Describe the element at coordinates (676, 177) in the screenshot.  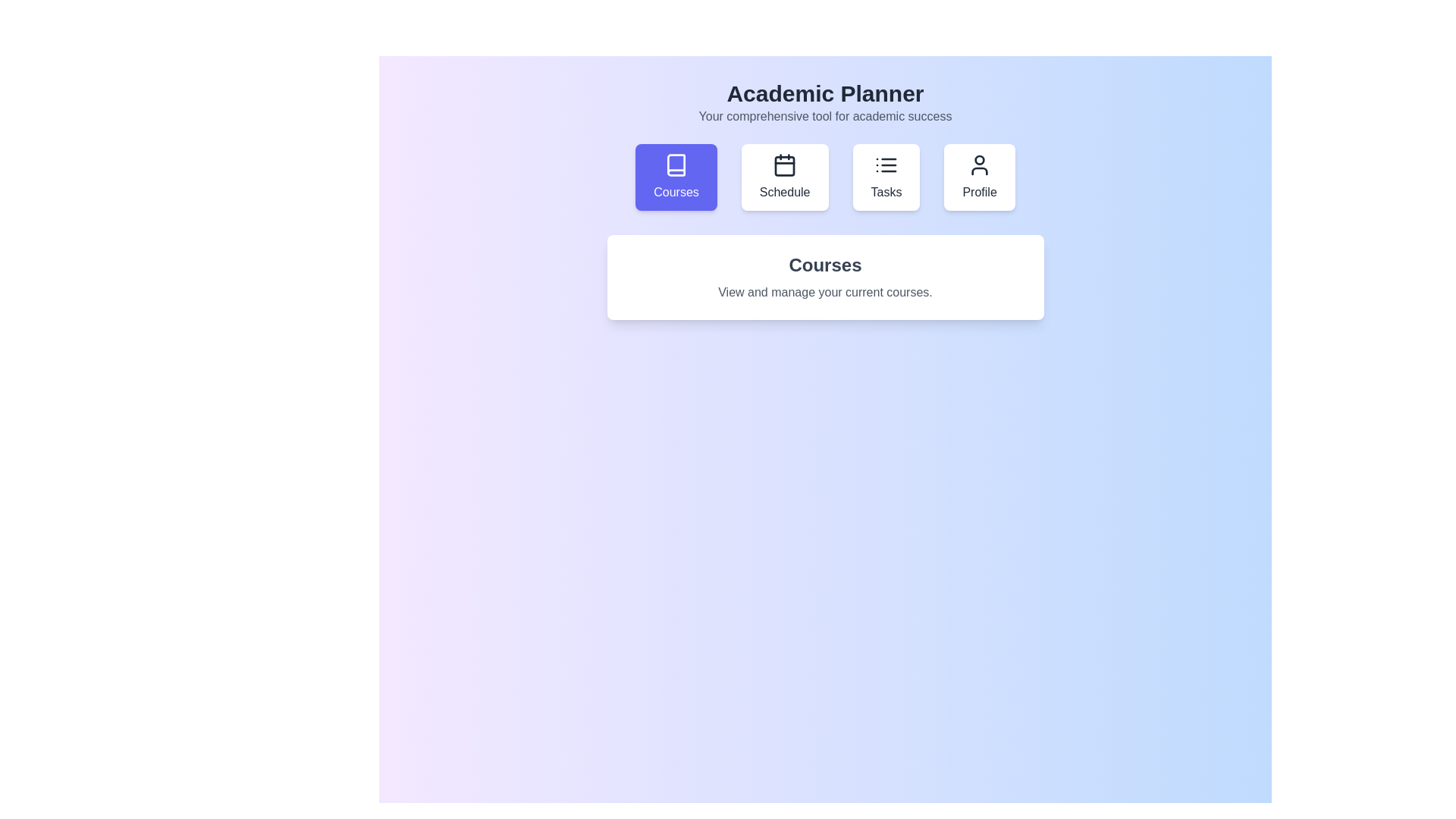
I see `the Courses tab to view its content` at that location.